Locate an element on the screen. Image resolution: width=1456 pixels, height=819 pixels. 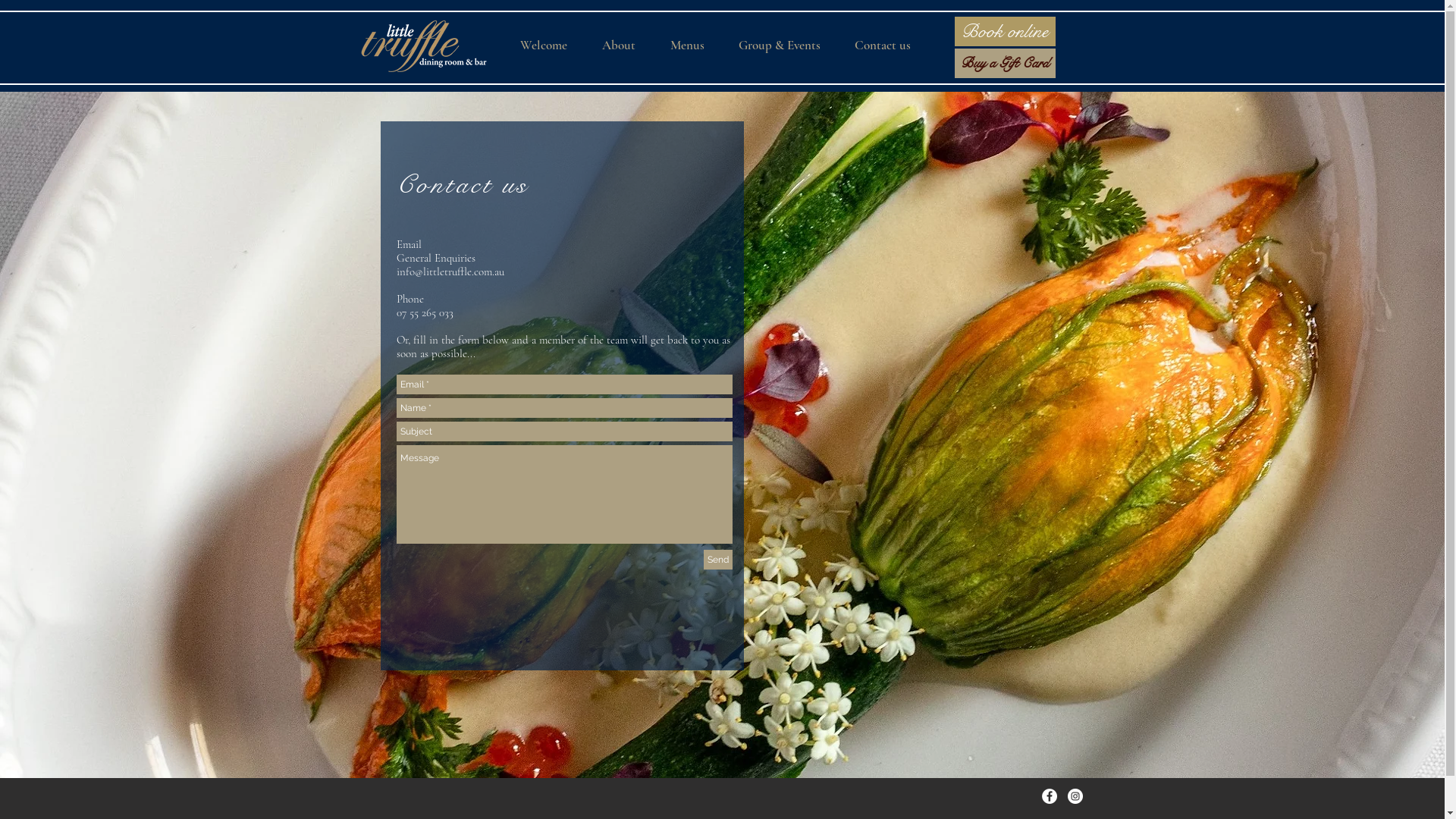
'About' is located at coordinates (626, 45).